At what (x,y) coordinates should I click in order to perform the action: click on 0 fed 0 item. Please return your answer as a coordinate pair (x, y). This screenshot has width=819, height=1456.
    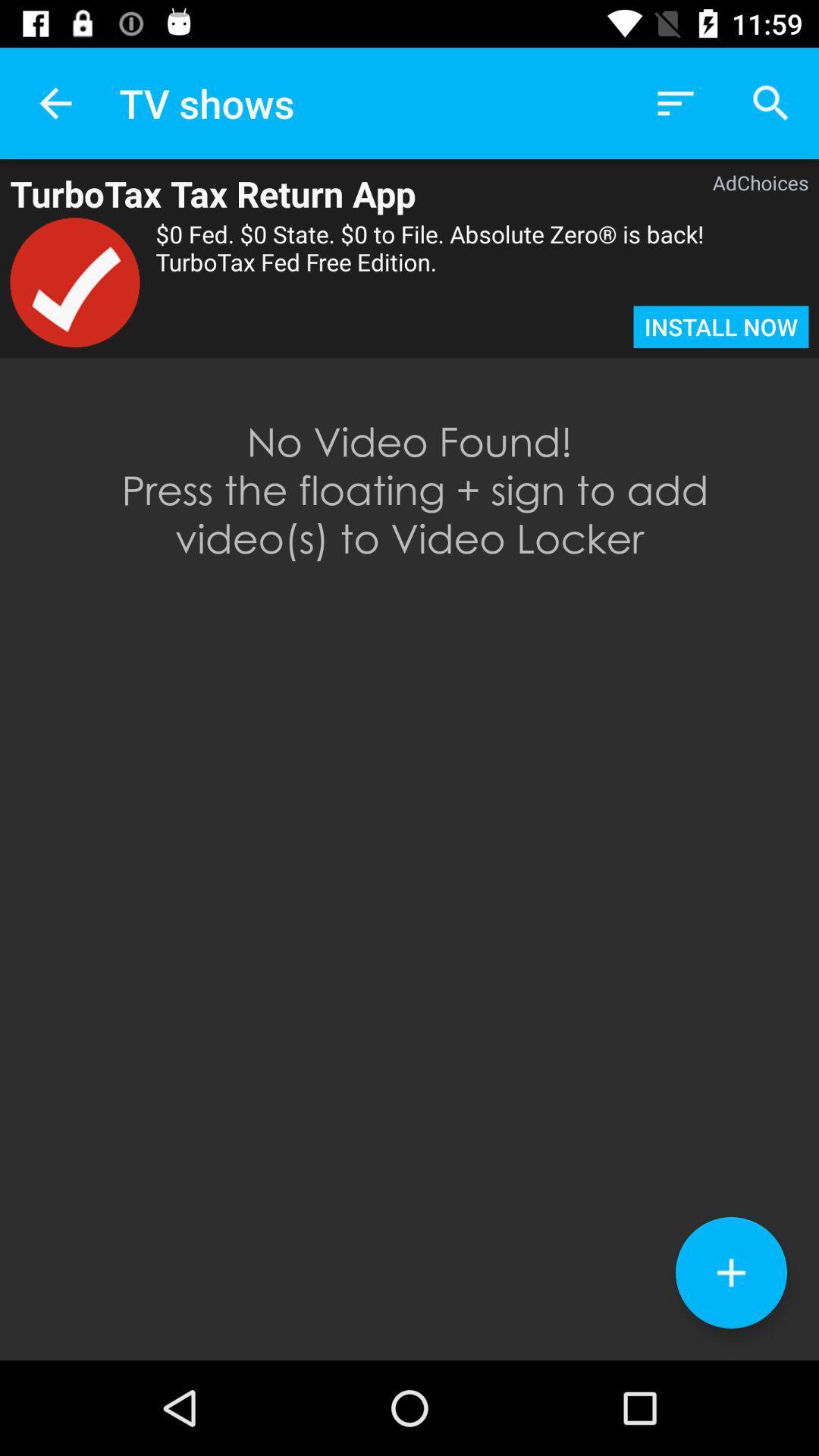
    Looking at the image, I should click on (482, 262).